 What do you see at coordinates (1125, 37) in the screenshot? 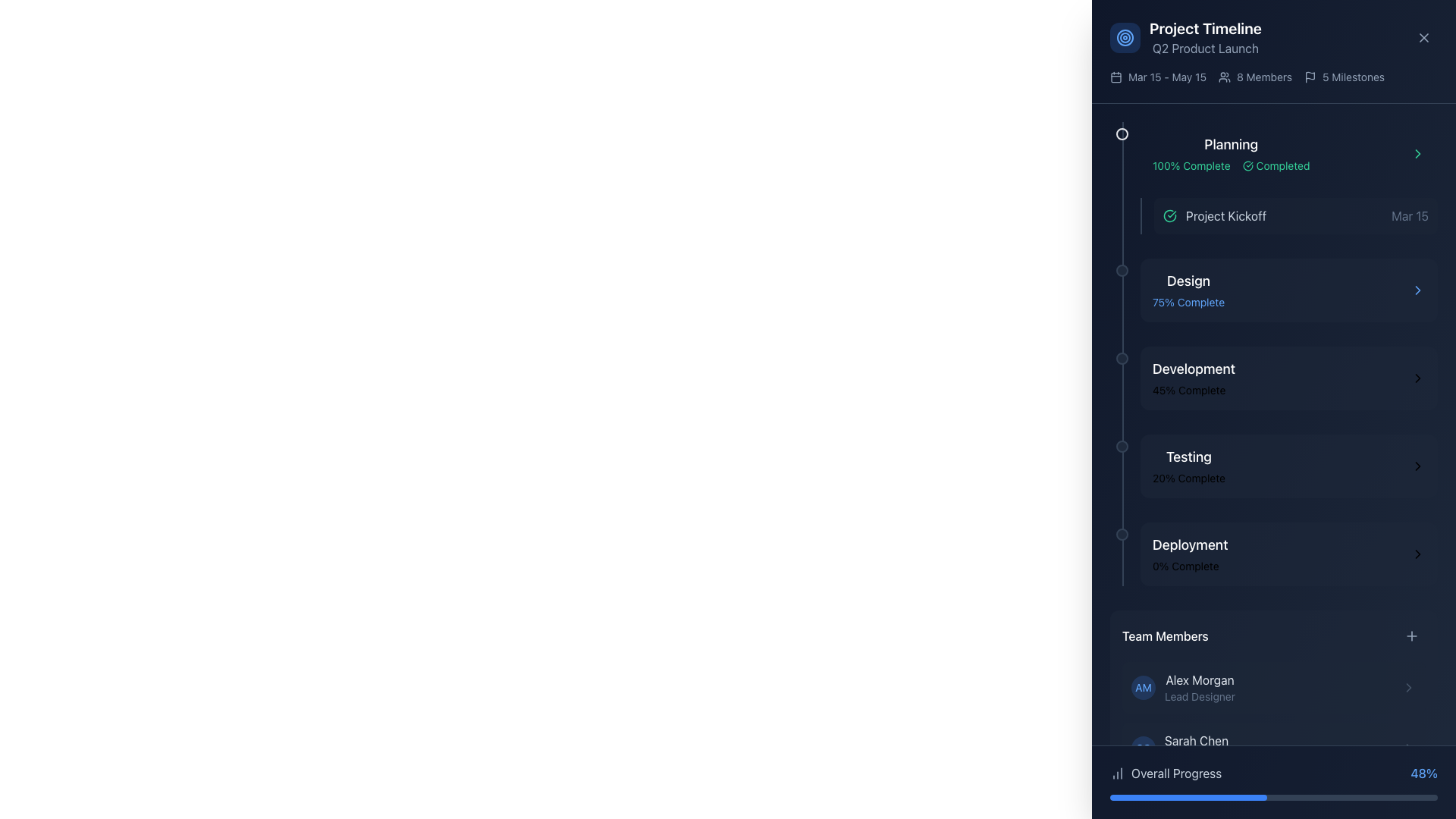
I see `the middle SVG circle element, which symbolizes focus in the sidebar, to engage with its surrounding graphic components` at bounding box center [1125, 37].